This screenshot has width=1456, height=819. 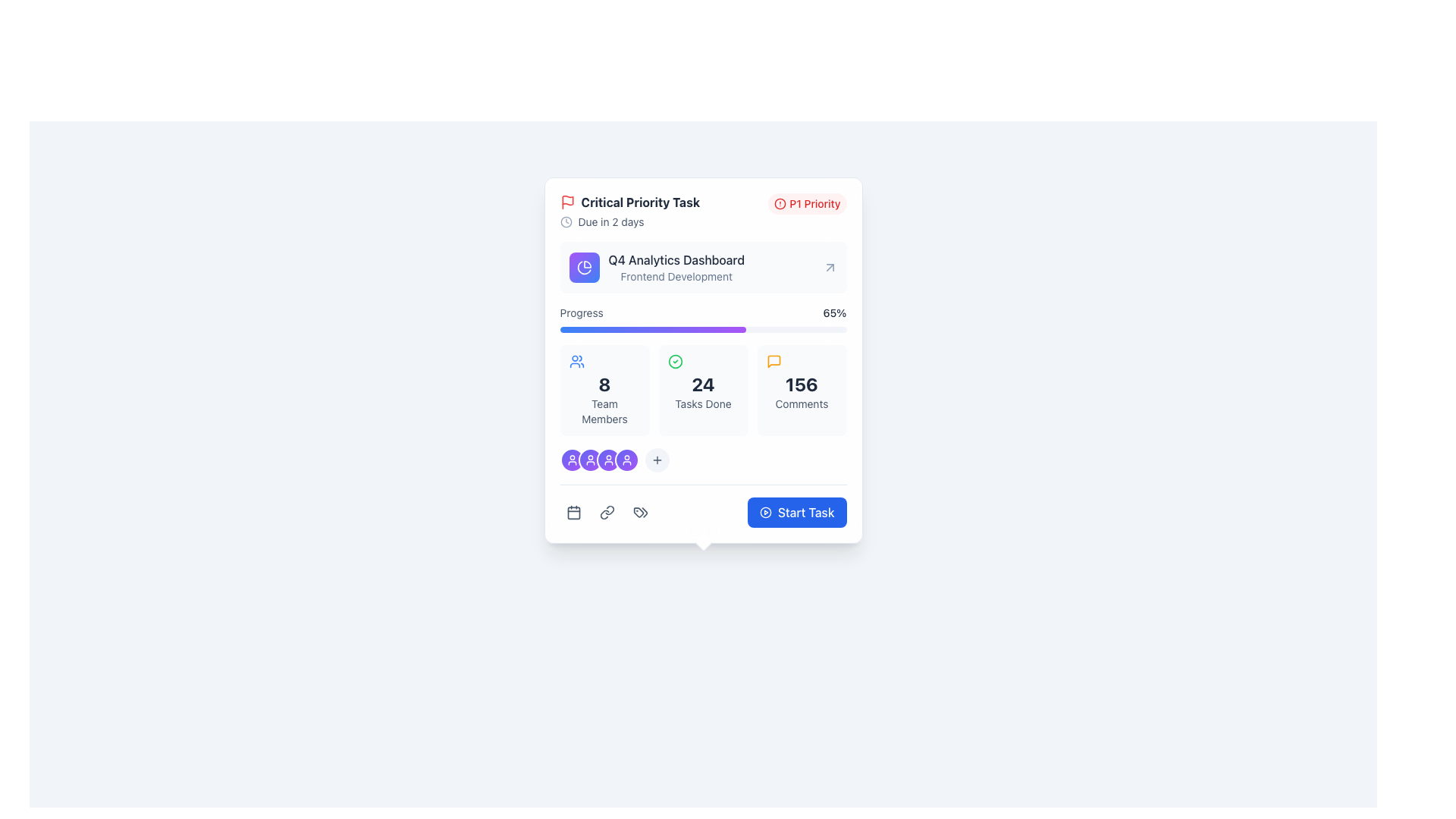 What do you see at coordinates (581, 312) in the screenshot?
I see `the 'Progress' text label, which is styled in gray, medium-weight, sans-serif font and positioned on the left side of a layout, next to the '65%' text` at bounding box center [581, 312].